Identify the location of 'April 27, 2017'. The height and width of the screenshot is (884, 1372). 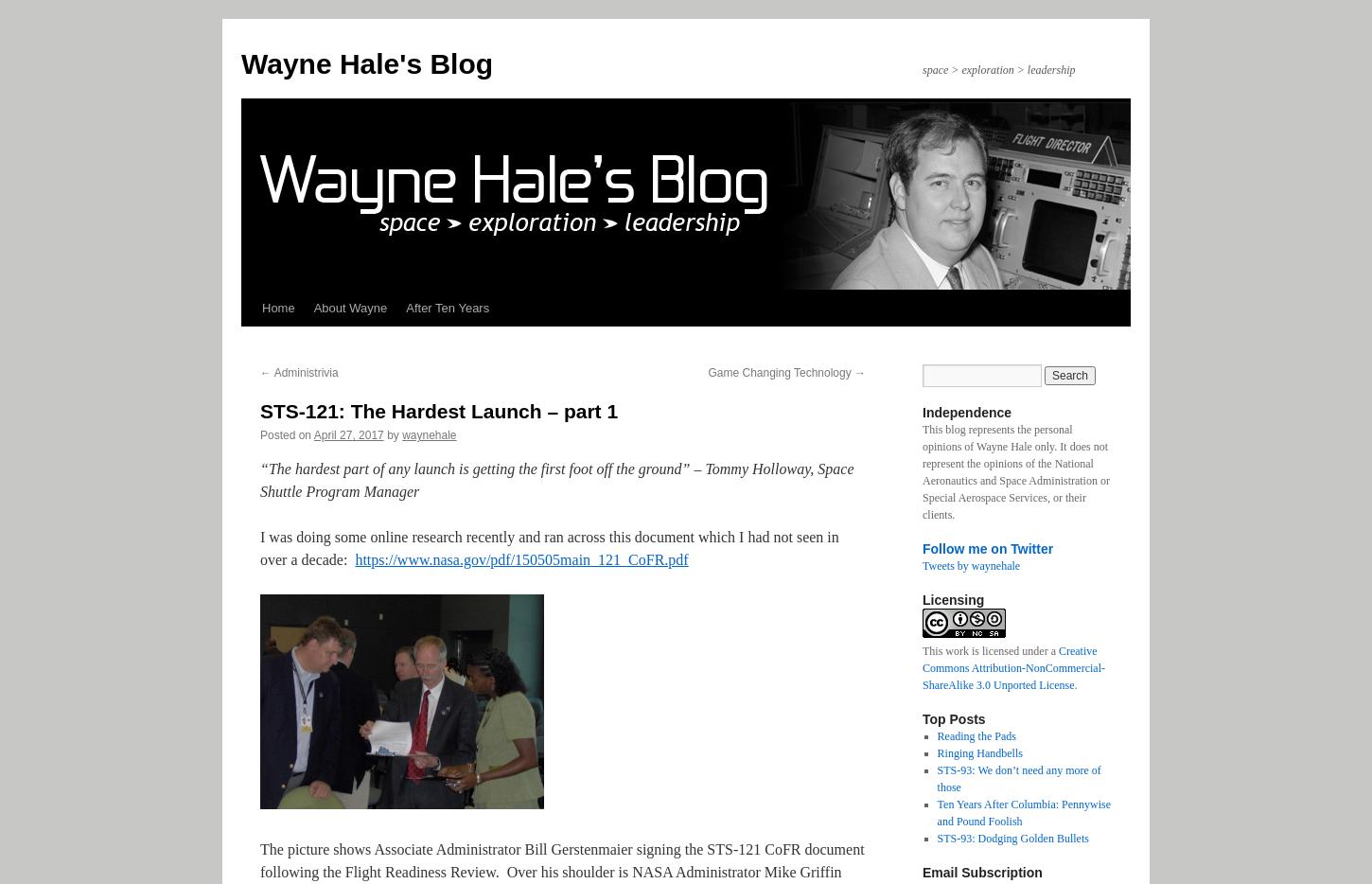
(347, 434).